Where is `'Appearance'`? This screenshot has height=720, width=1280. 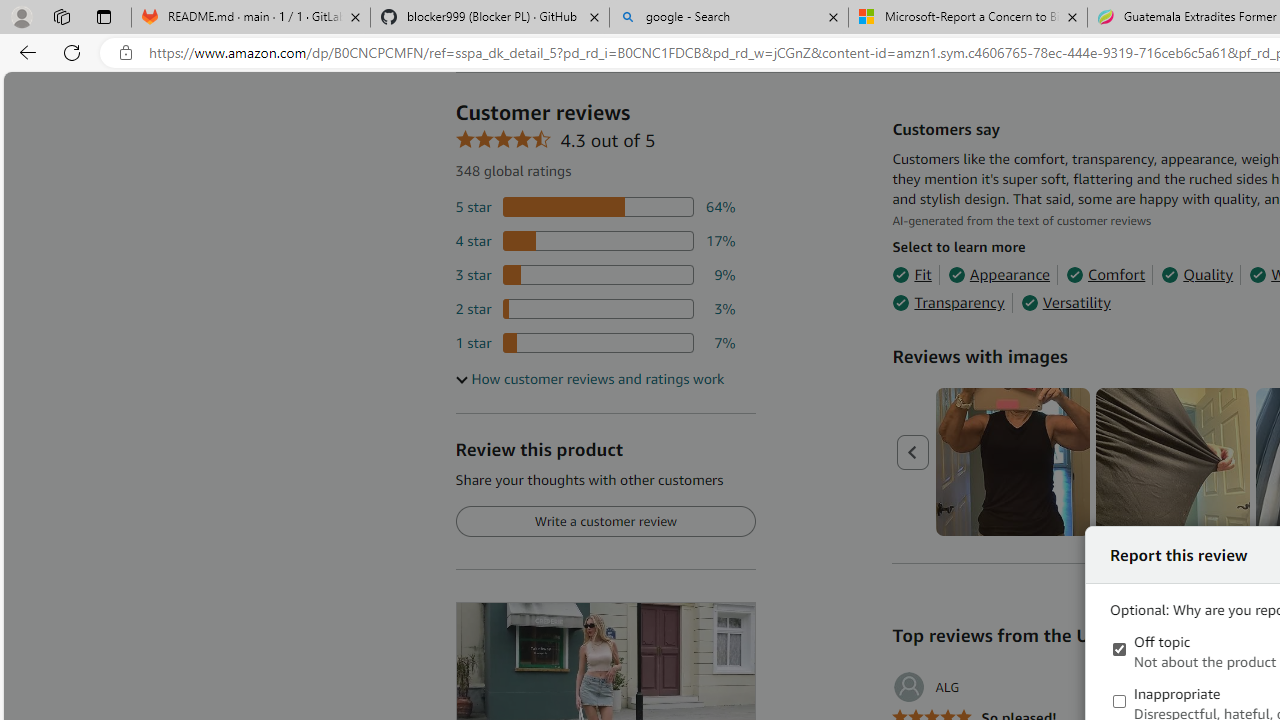
'Appearance' is located at coordinates (999, 275).